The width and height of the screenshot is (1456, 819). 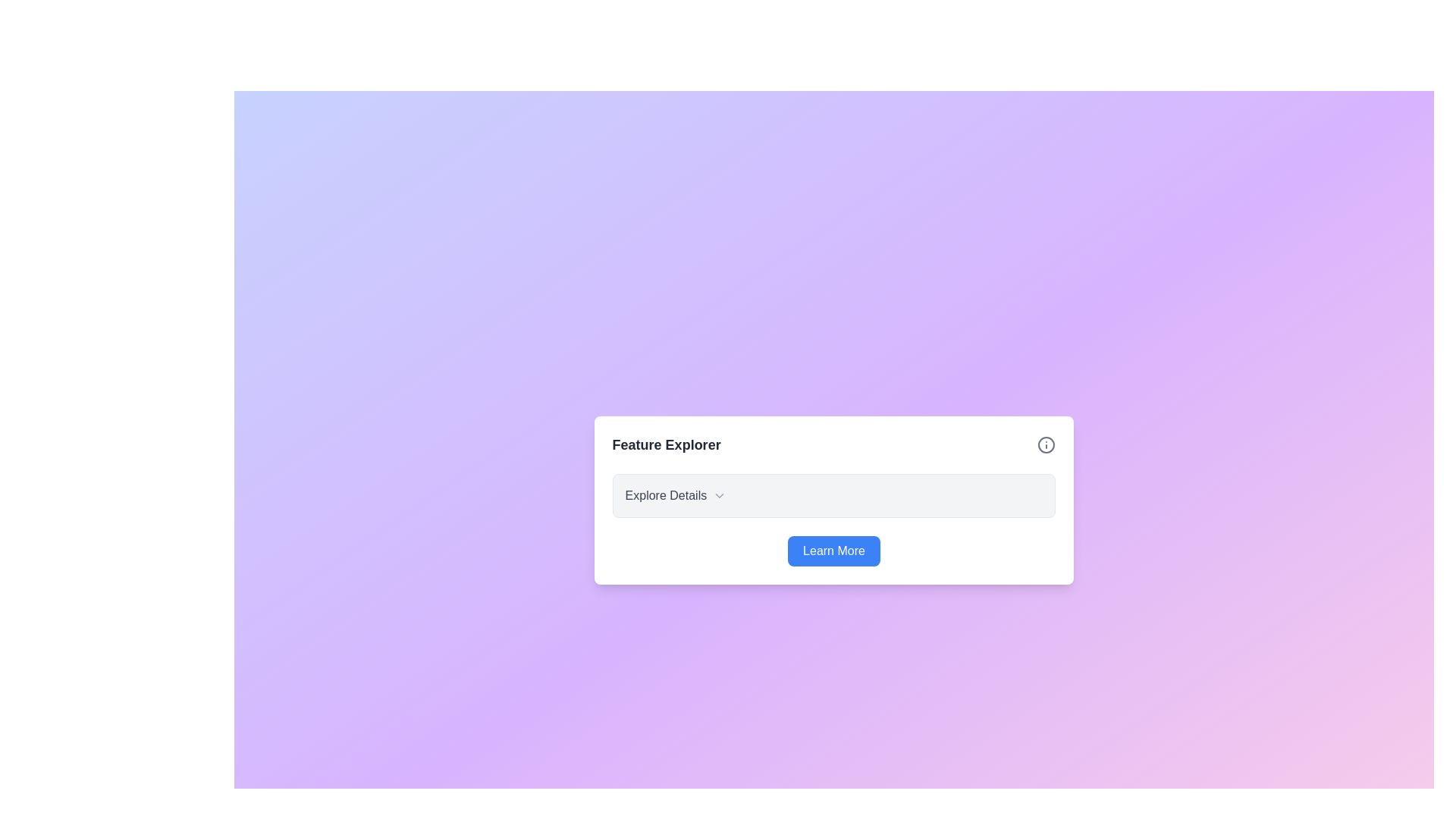 What do you see at coordinates (833, 551) in the screenshot?
I see `the button located beneath the 'Explore Details' block` at bounding box center [833, 551].